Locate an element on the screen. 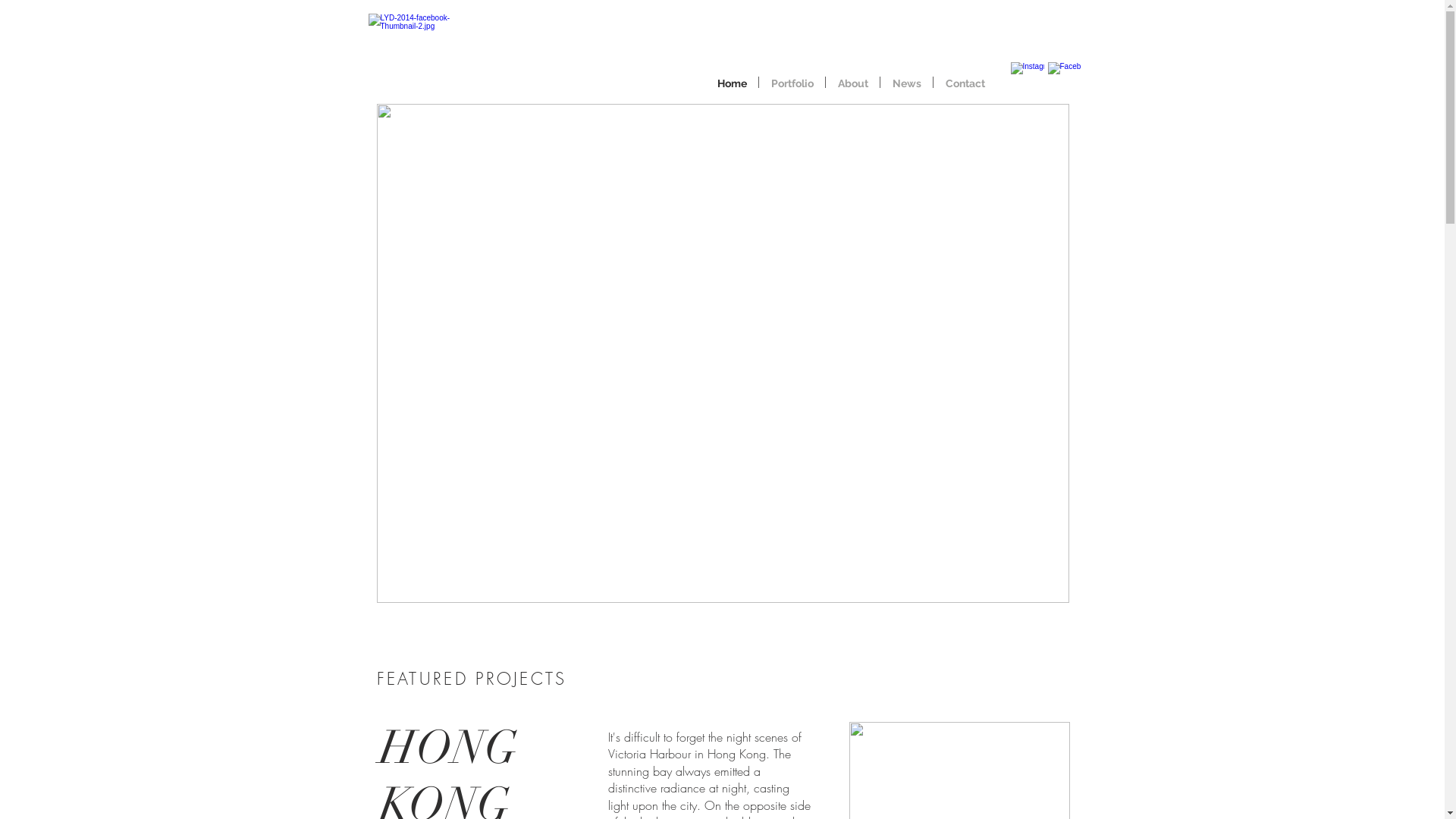 This screenshot has height=819, width=1456. 'Portfolio' is located at coordinates (791, 82).